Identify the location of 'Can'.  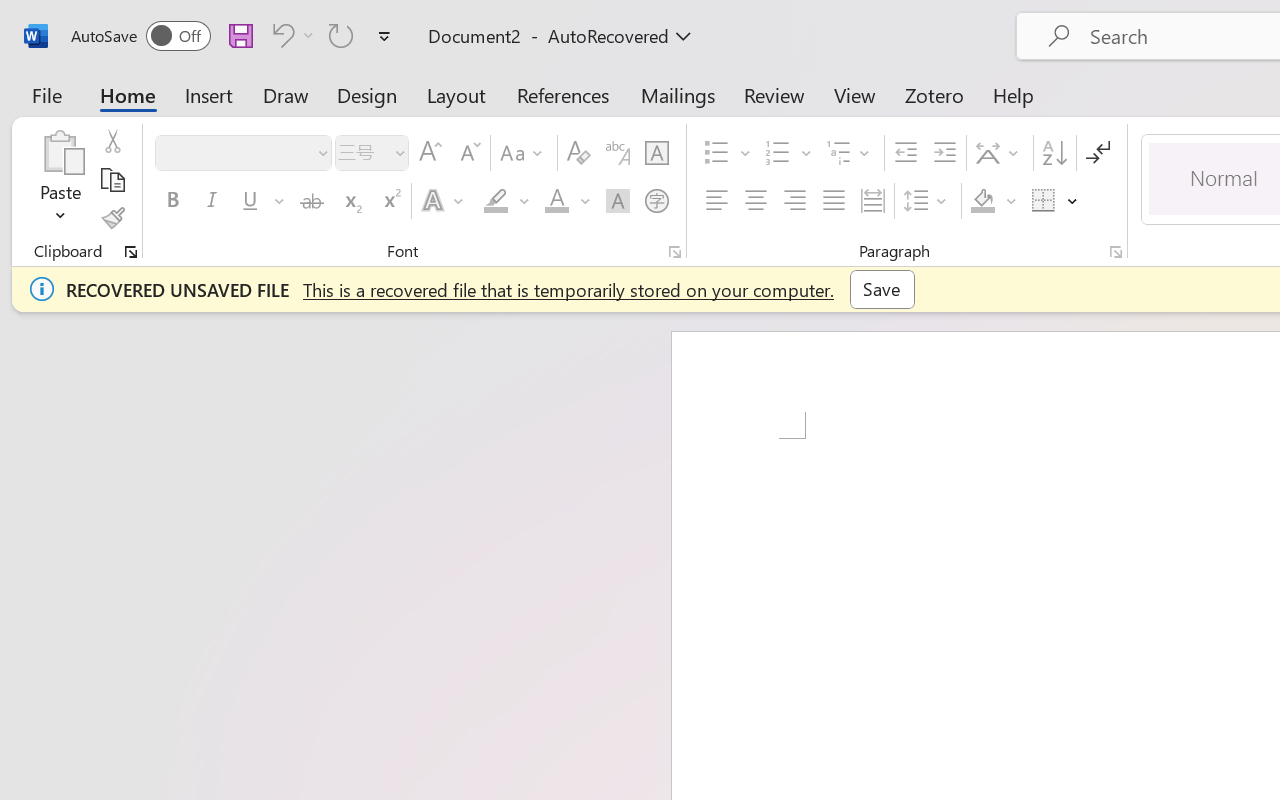
(341, 34).